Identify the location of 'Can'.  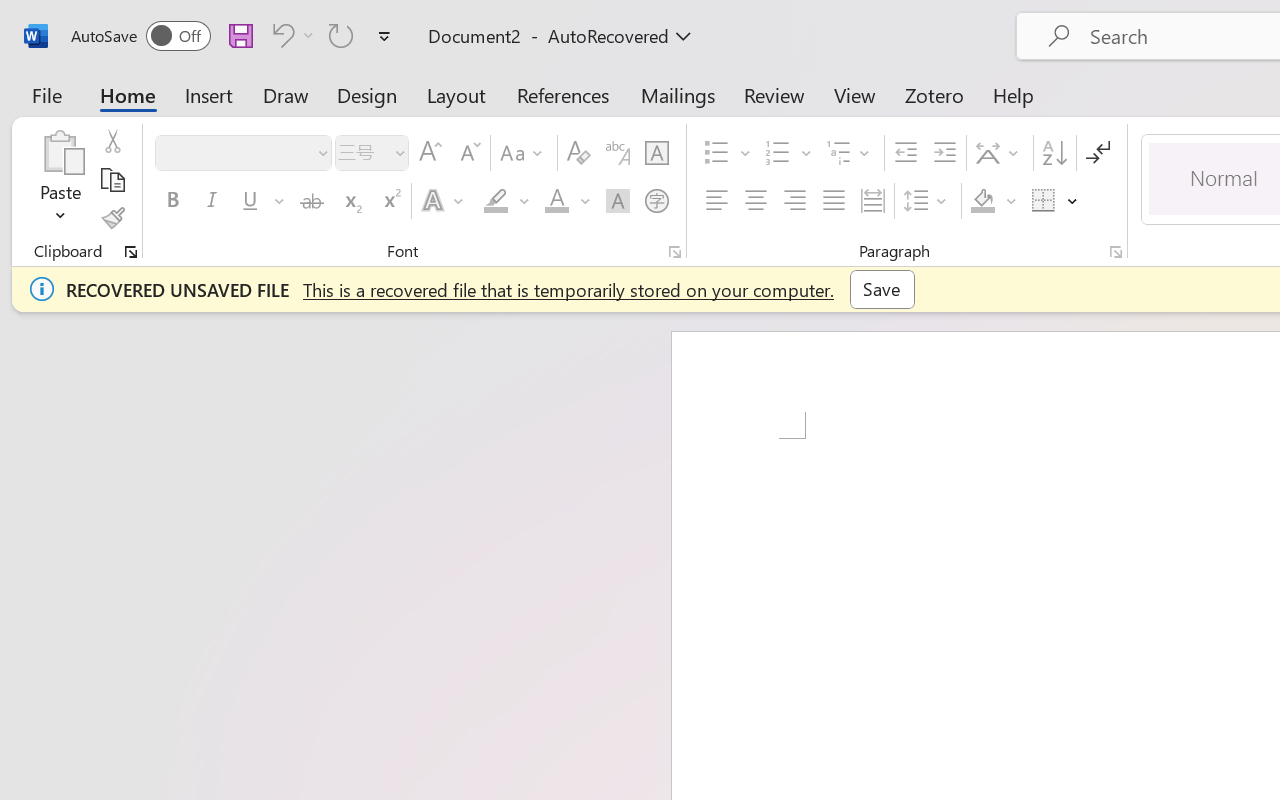
(341, 34).